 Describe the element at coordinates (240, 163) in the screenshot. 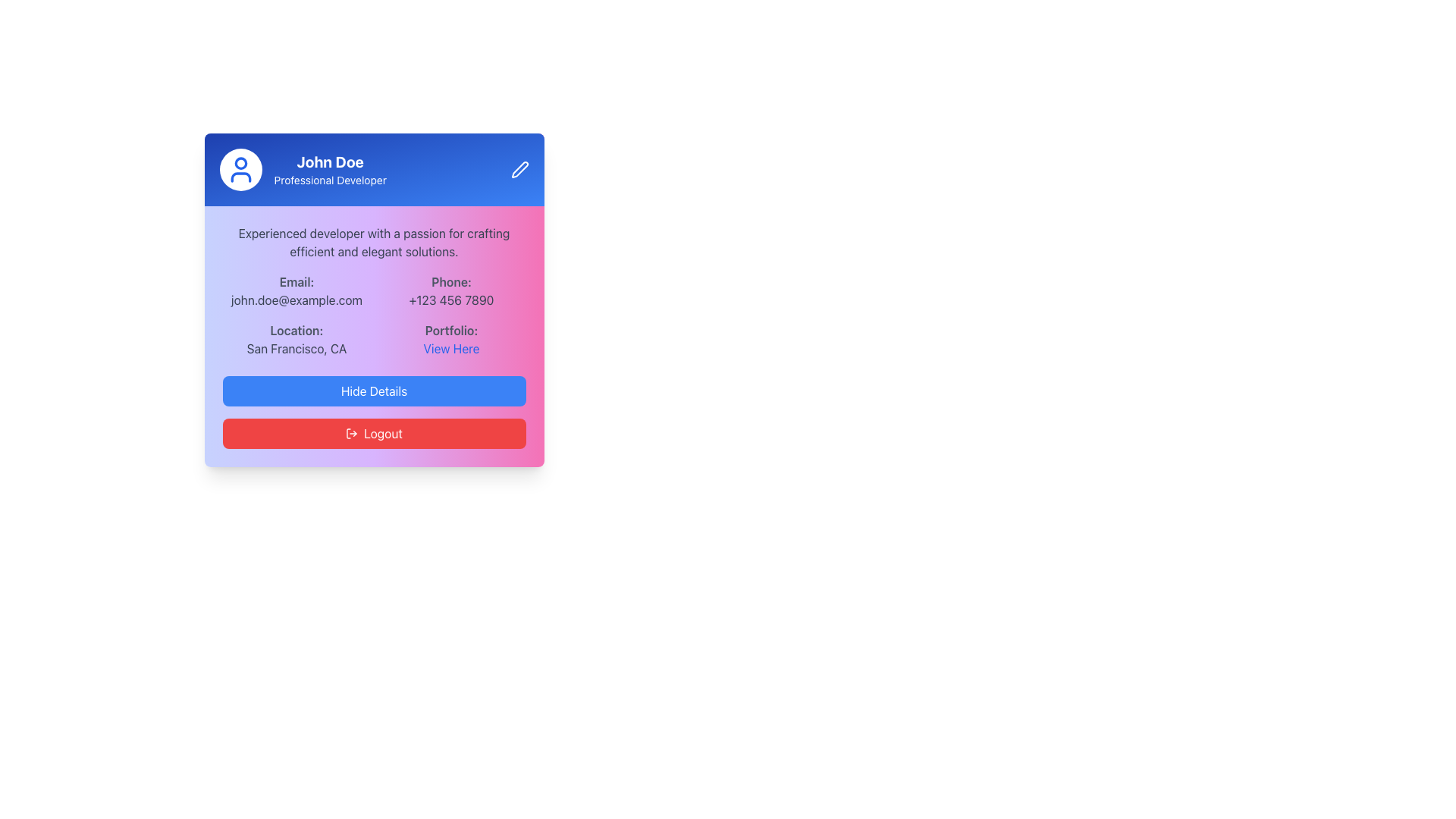

I see `the small circular shape with a solid fill, which is centered within the user silhouette icon located in the top-left section of the card` at that location.